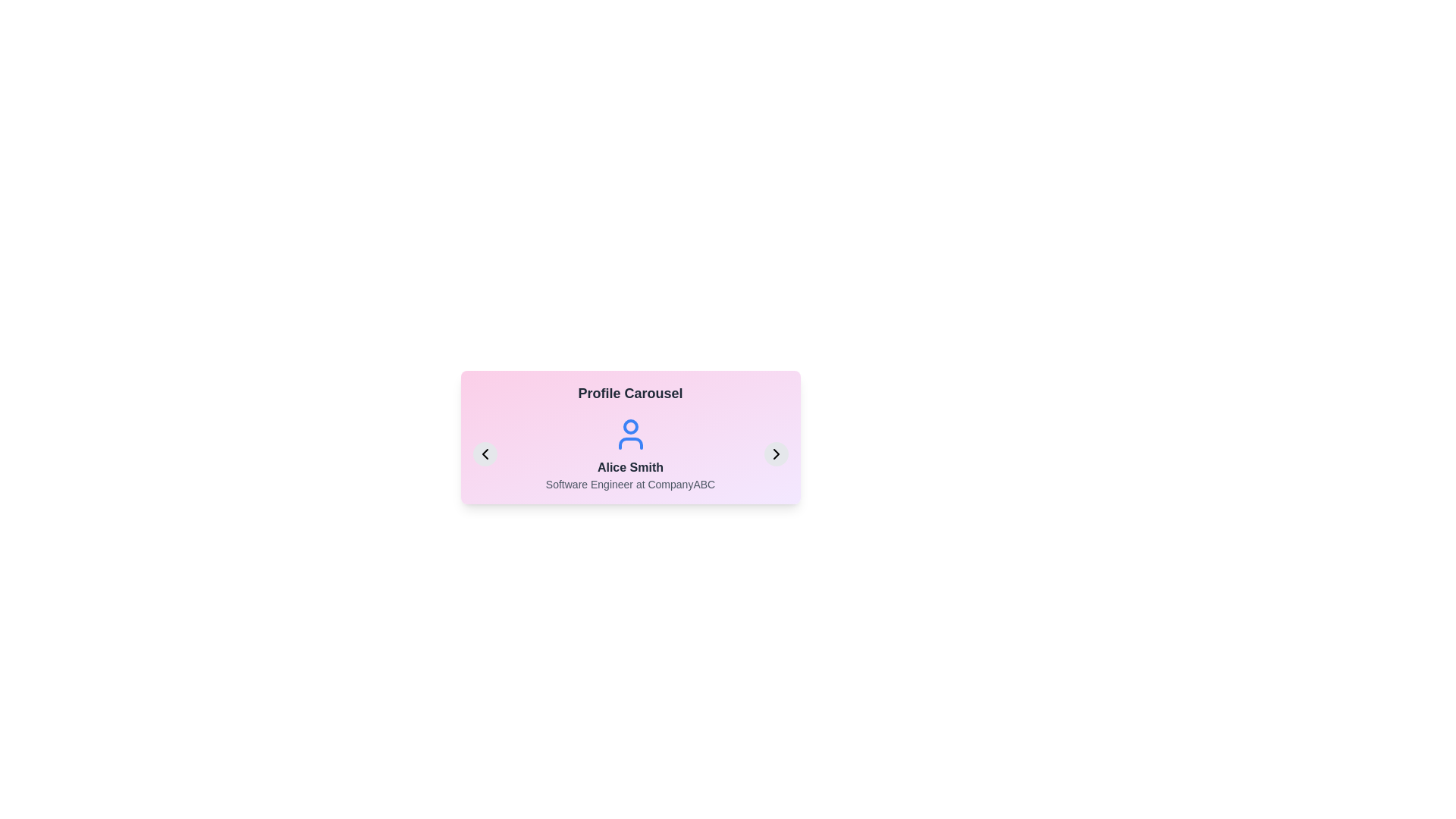  I want to click on the right arrow button to navigate to the next profile, so click(776, 453).